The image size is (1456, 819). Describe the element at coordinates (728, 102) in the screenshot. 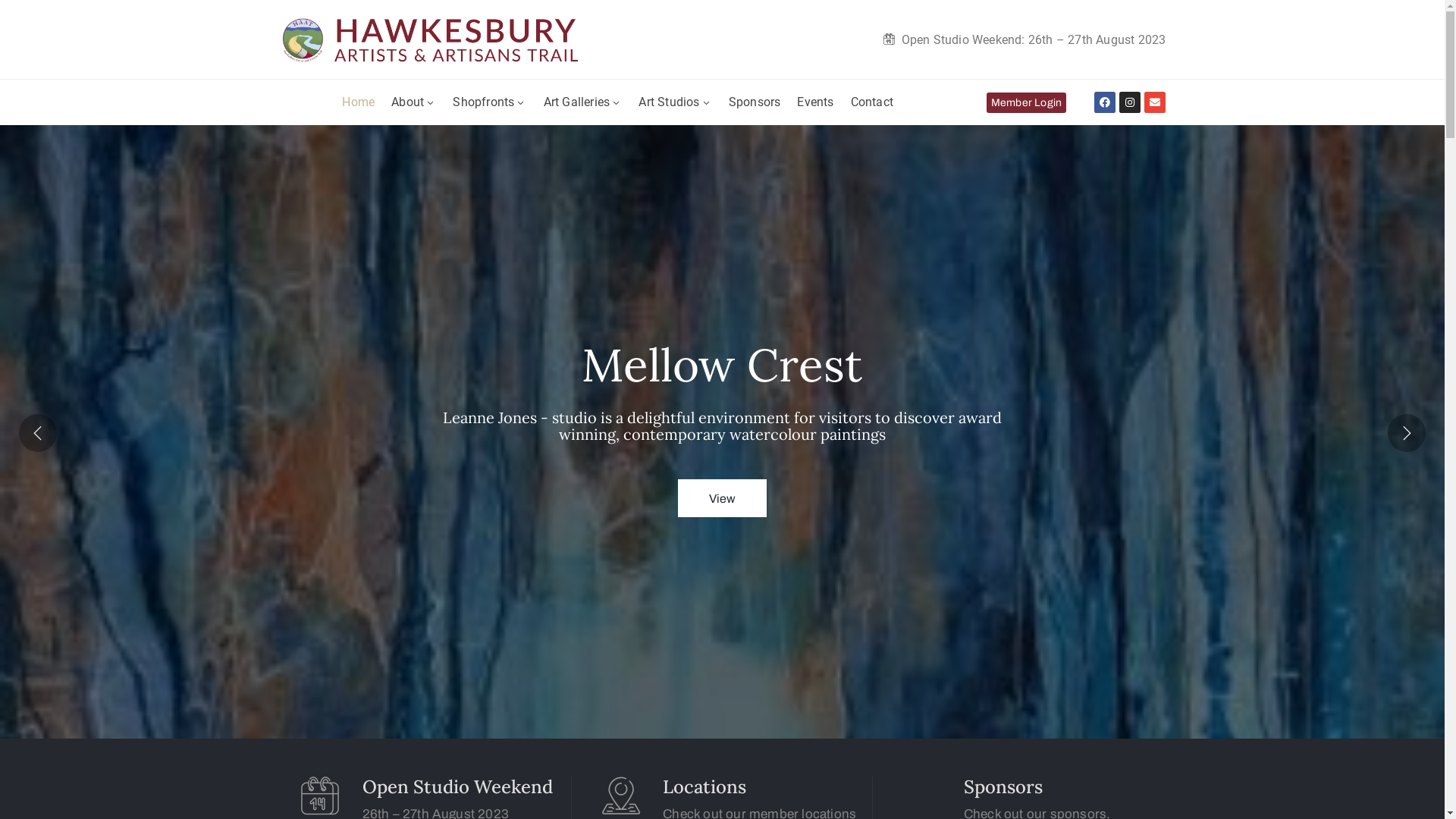

I see `'Sponsors'` at that location.